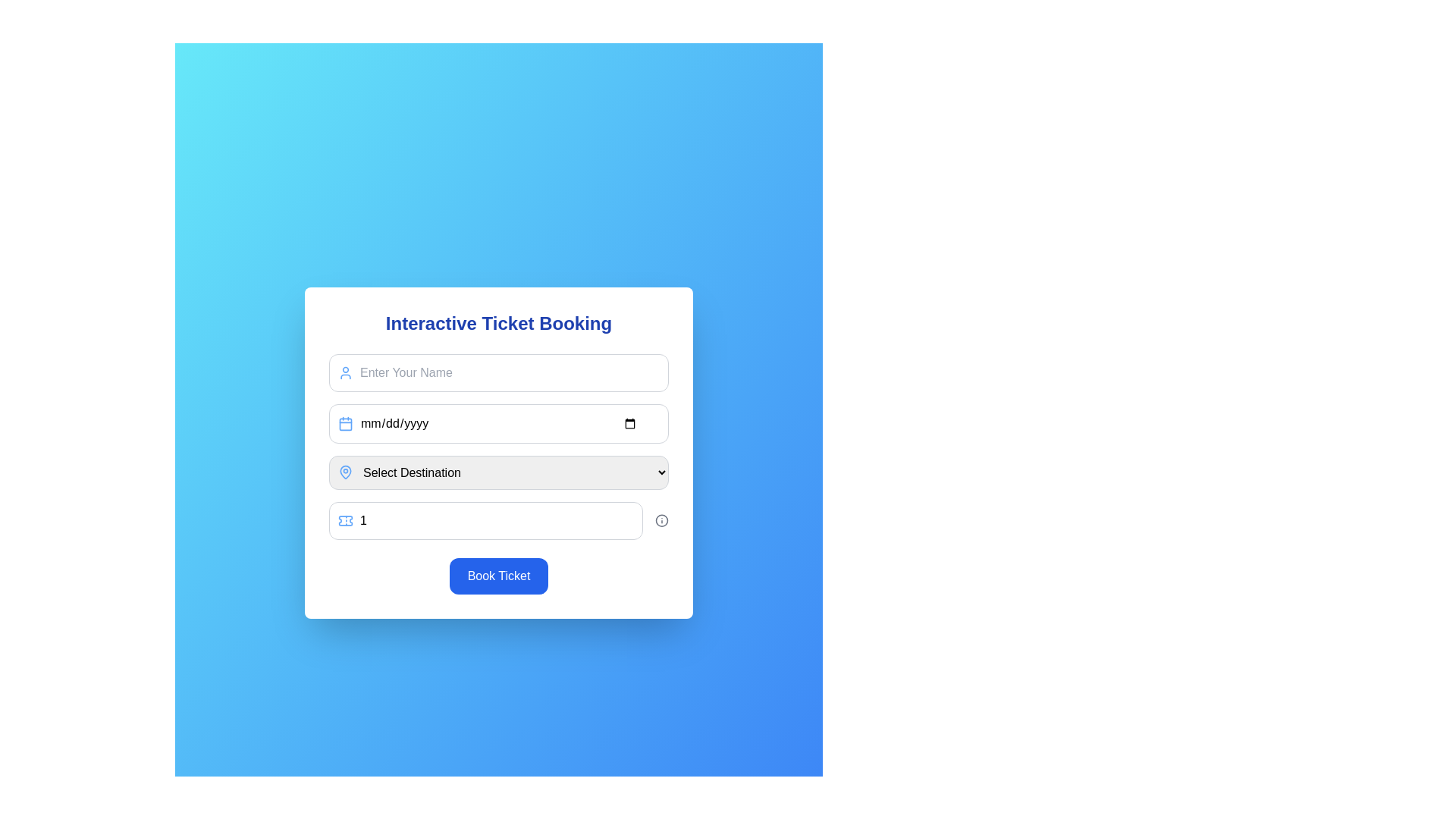  What do you see at coordinates (498, 452) in the screenshot?
I see `the 'Select Destination' dropdown menu in the interactive ticket booking form` at bounding box center [498, 452].